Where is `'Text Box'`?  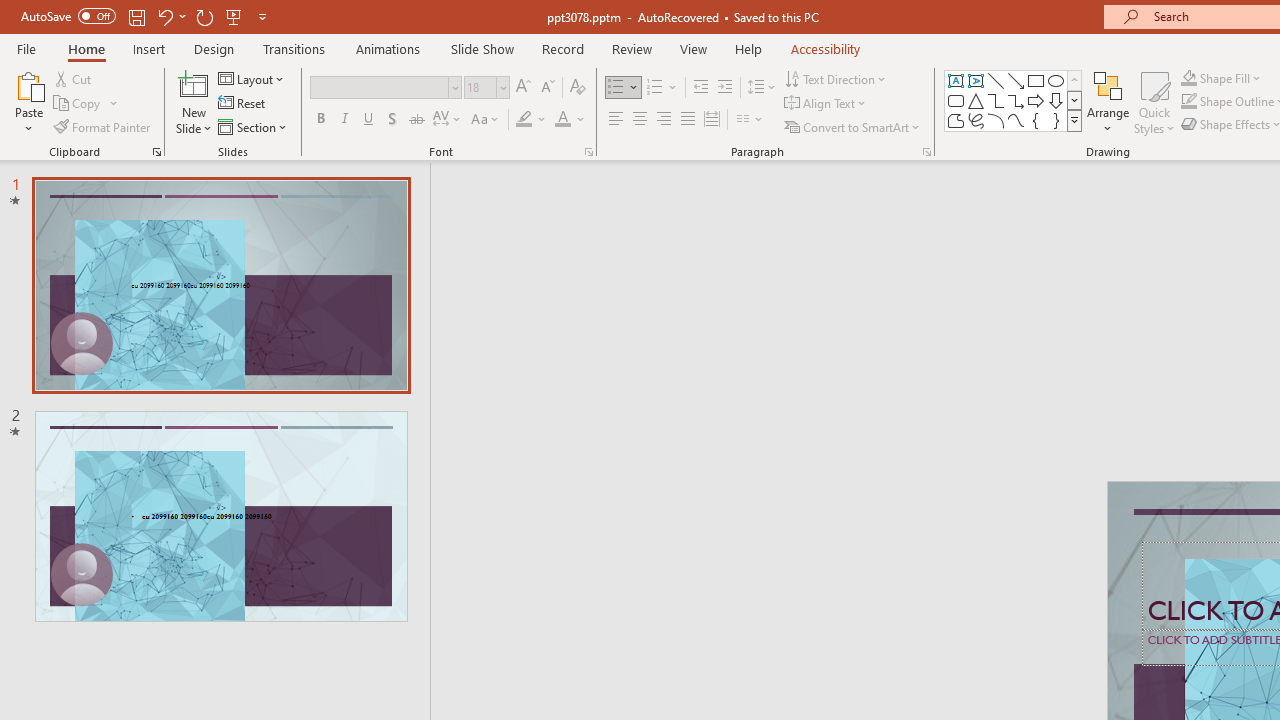
'Text Box' is located at coordinates (955, 80).